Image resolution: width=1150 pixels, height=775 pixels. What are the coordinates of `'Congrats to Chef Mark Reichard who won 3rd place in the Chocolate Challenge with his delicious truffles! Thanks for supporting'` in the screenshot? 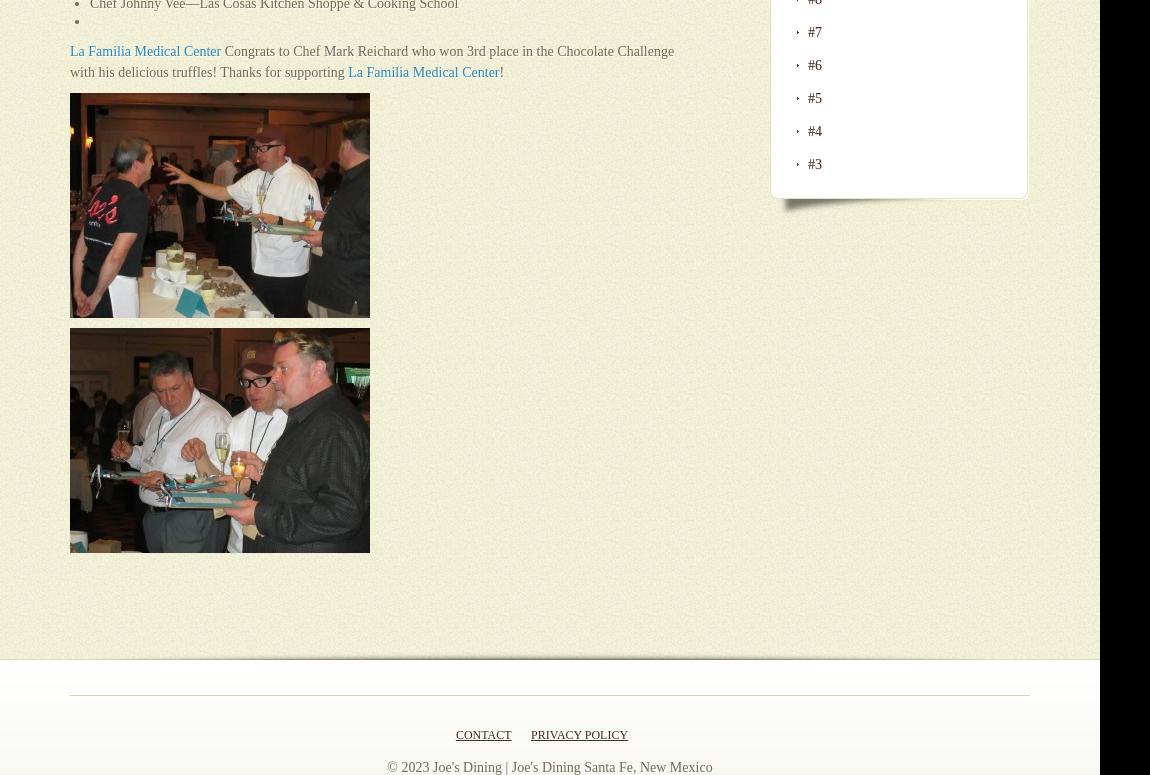 It's located at (372, 61).